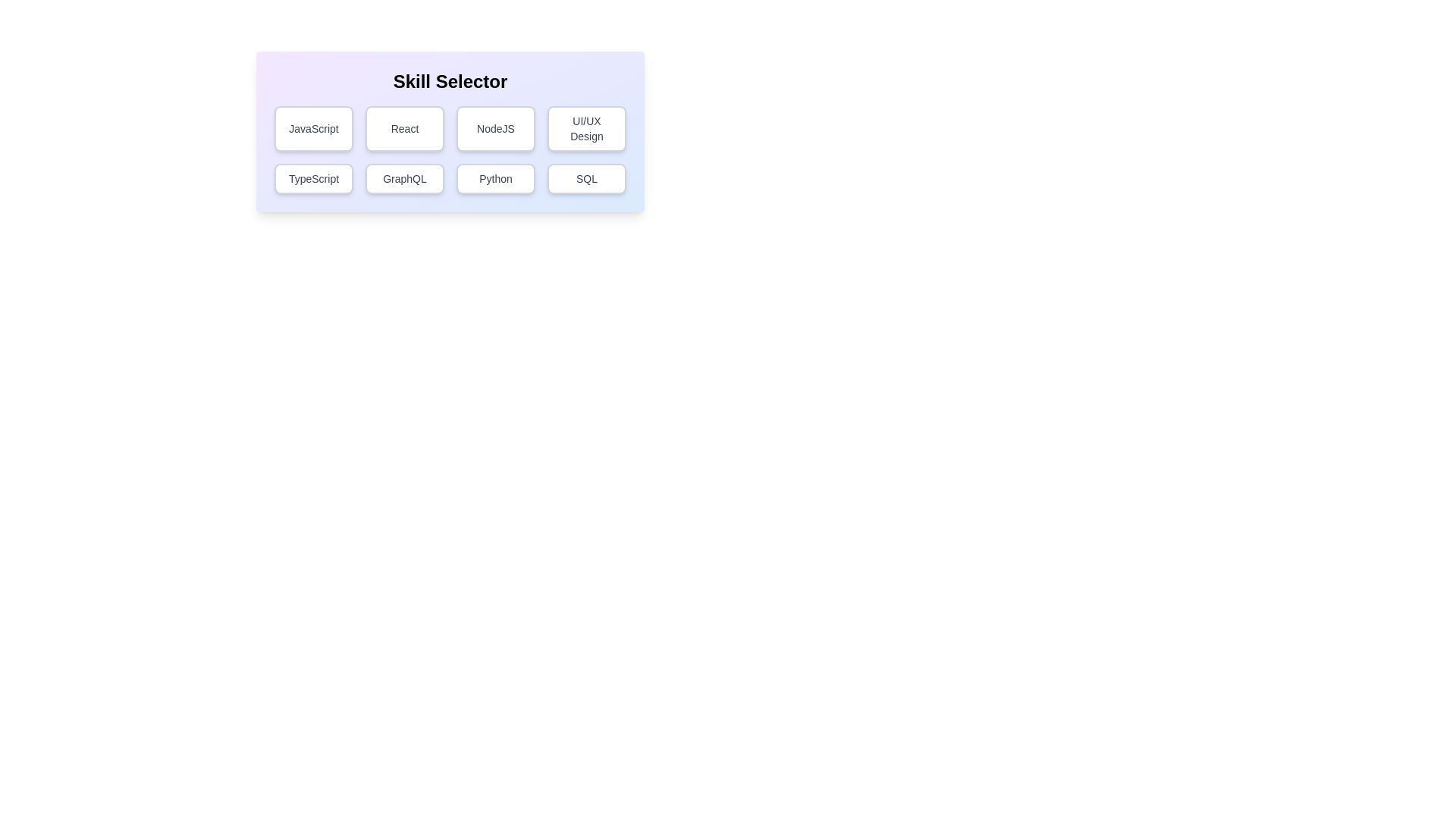 Image resolution: width=1456 pixels, height=819 pixels. Describe the element at coordinates (312, 127) in the screenshot. I see `the skill button labeled JavaScript to observe hover effects` at that location.